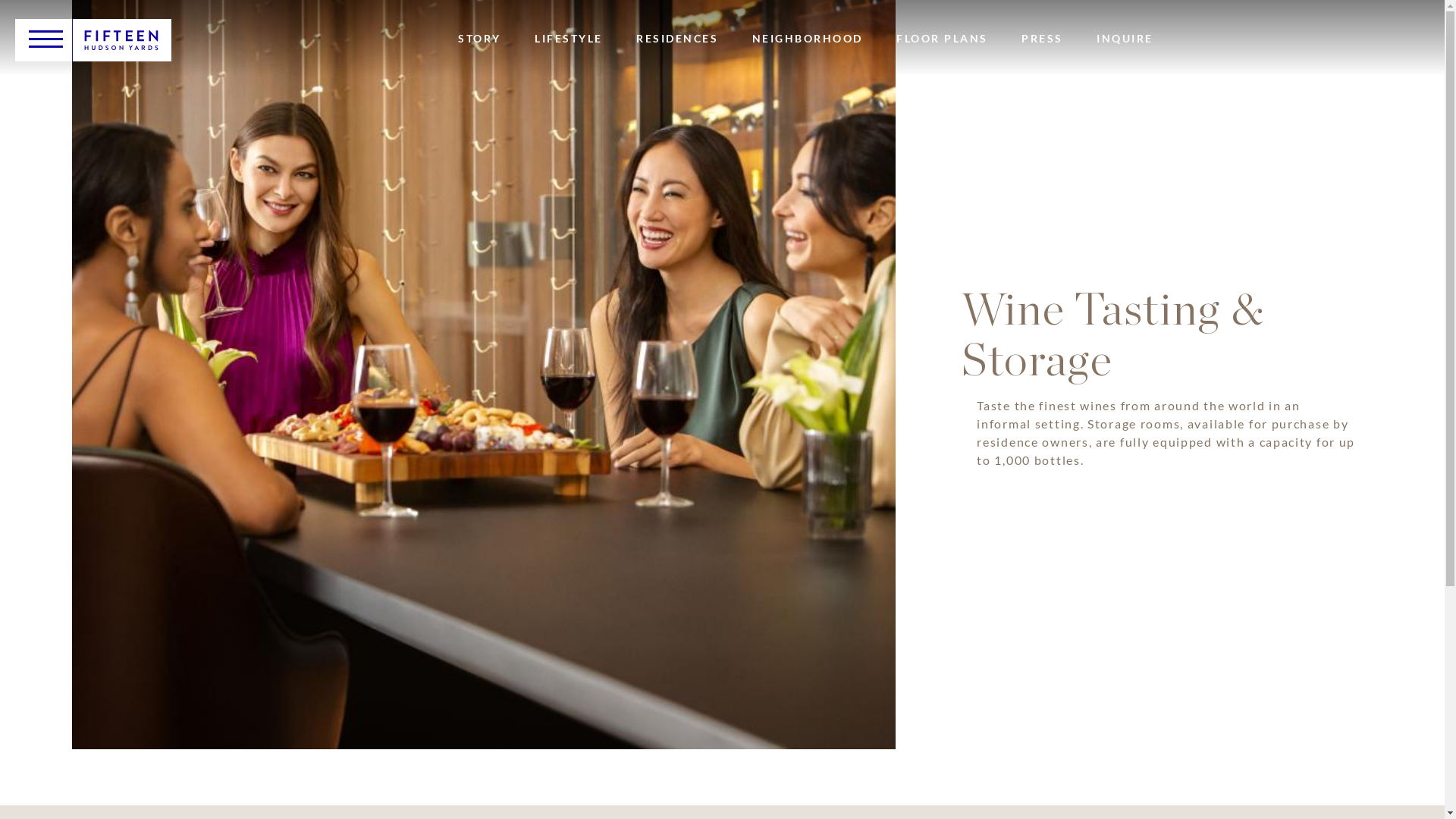 This screenshot has width=1456, height=819. Describe the element at coordinates (457, 37) in the screenshot. I see `'STORY'` at that location.